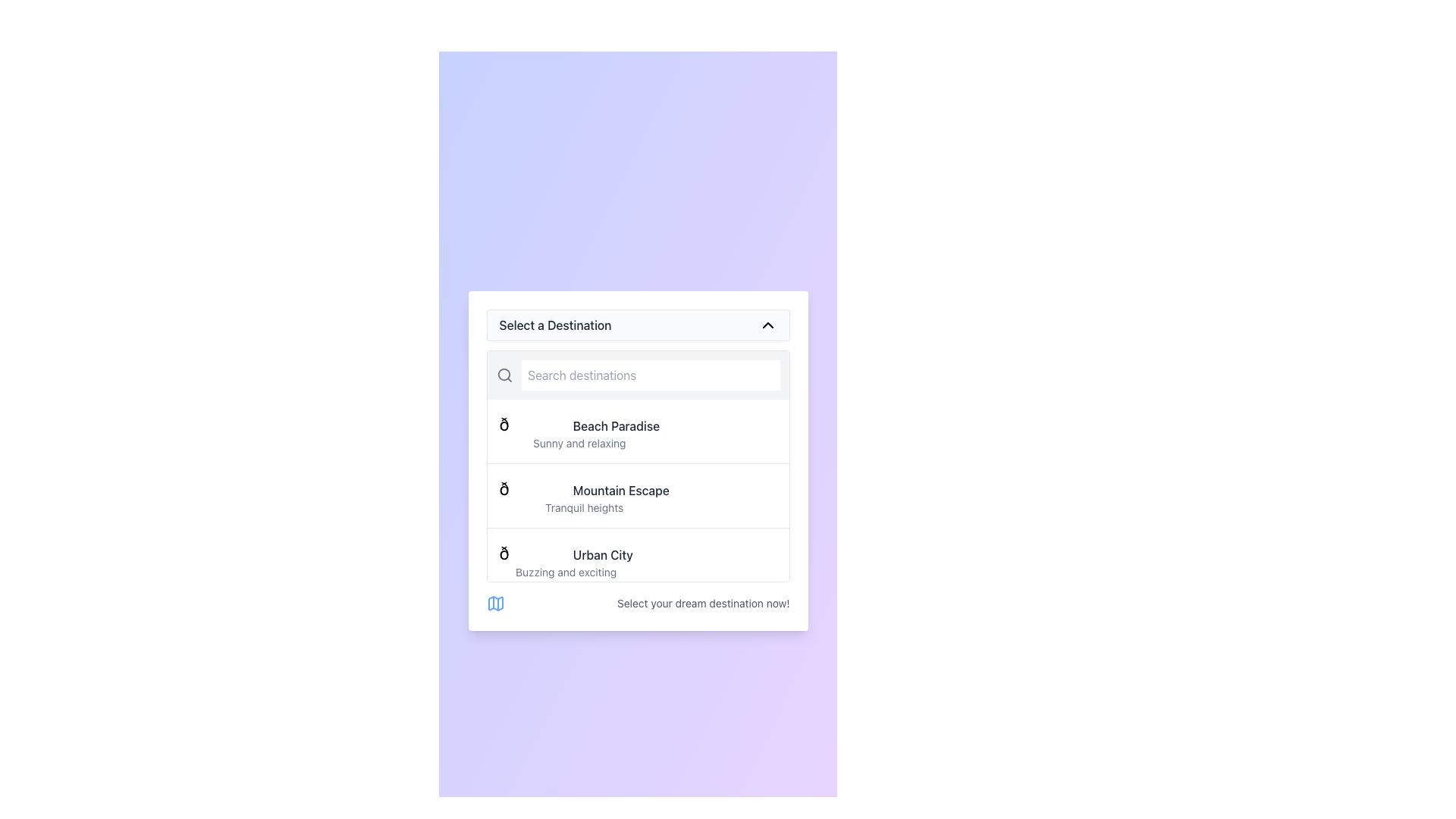  What do you see at coordinates (638, 324) in the screenshot?
I see `the Dropdown menu header that has a light gray background, rounded corners, and contains the text 'Select a Destination' with a downward chevron icon` at bounding box center [638, 324].